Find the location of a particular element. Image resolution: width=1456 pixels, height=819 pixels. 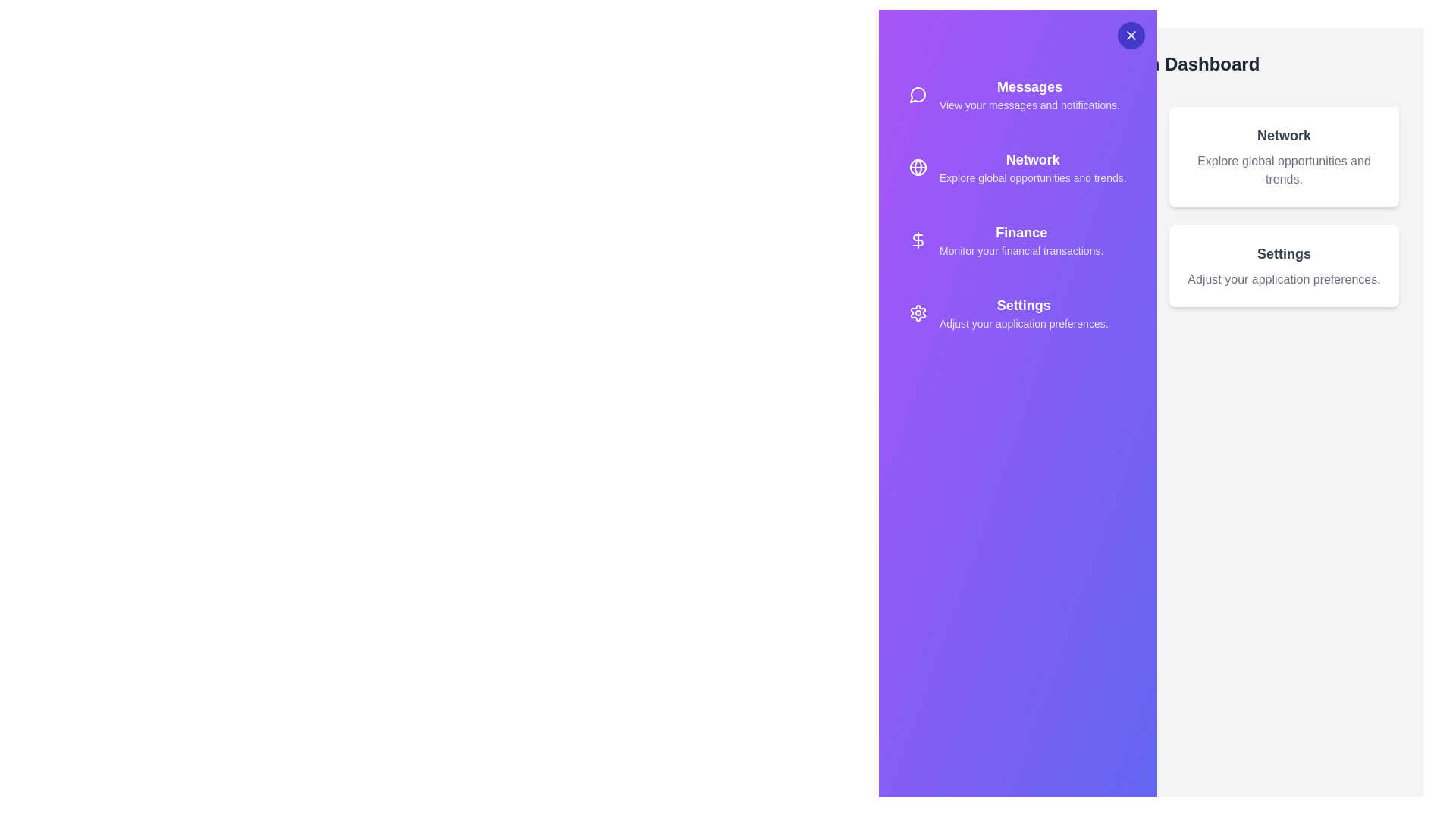

toggle button at the top-right corner of the drawer to toggle its state is located at coordinates (1131, 34).